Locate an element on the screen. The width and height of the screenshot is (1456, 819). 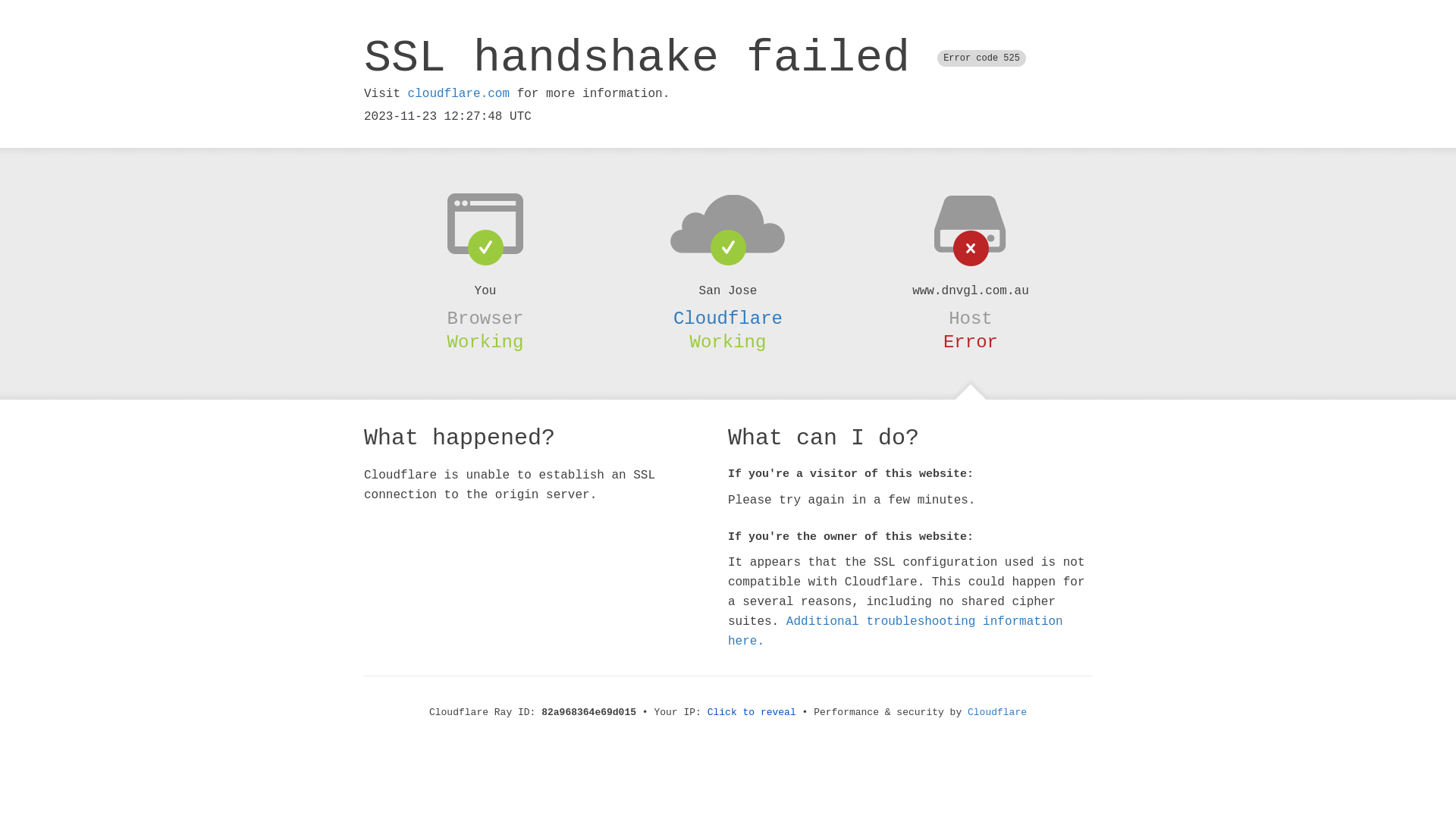
'Cloudflare' is located at coordinates (997, 712).